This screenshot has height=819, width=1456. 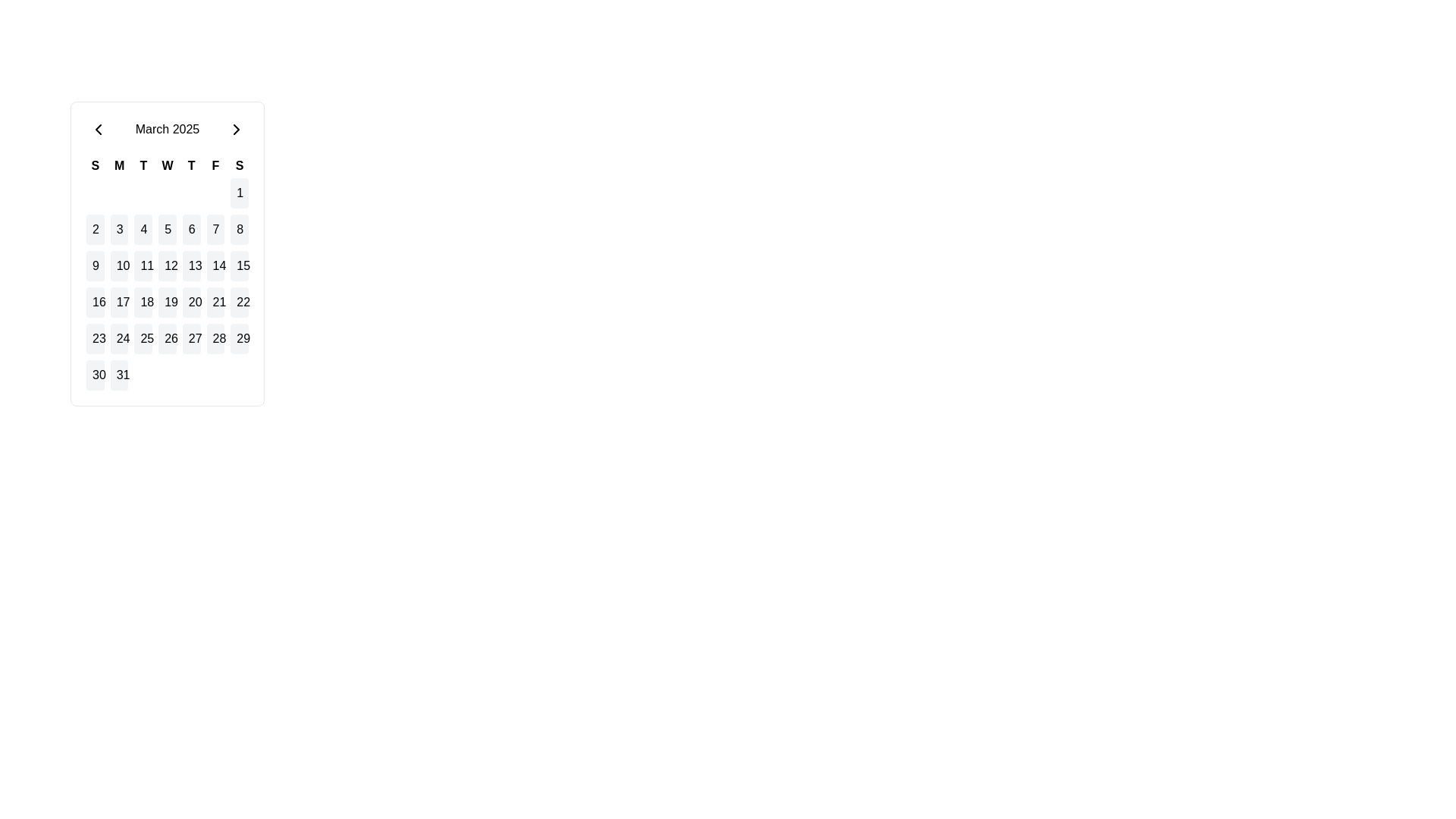 What do you see at coordinates (167, 338) in the screenshot?
I see `the clickable calendar day cell representing the 26th day, located in the last row and fifth column of the calendar` at bounding box center [167, 338].